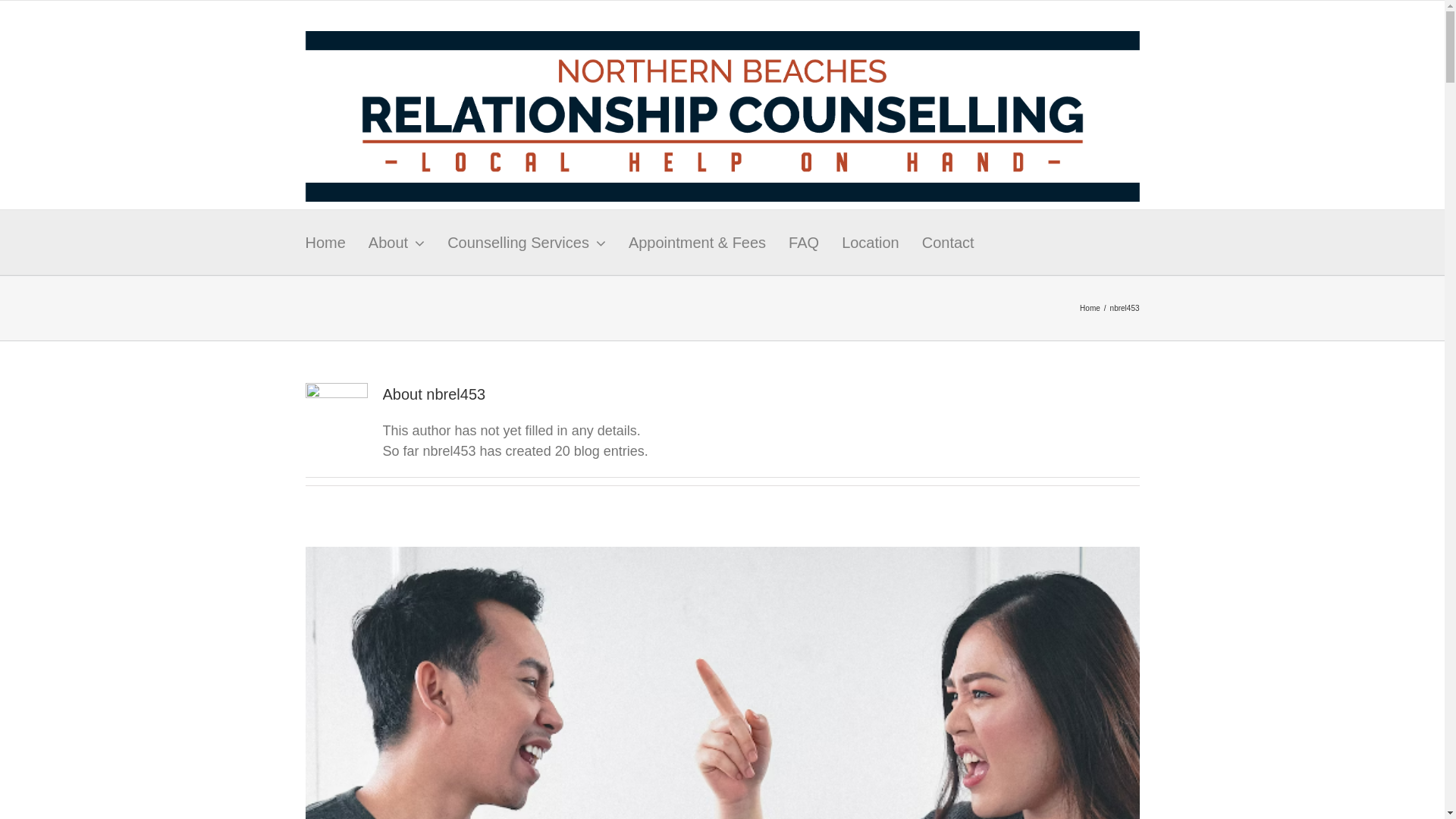 The width and height of the screenshot is (1456, 819). I want to click on 'Counselling Services', so click(447, 241).